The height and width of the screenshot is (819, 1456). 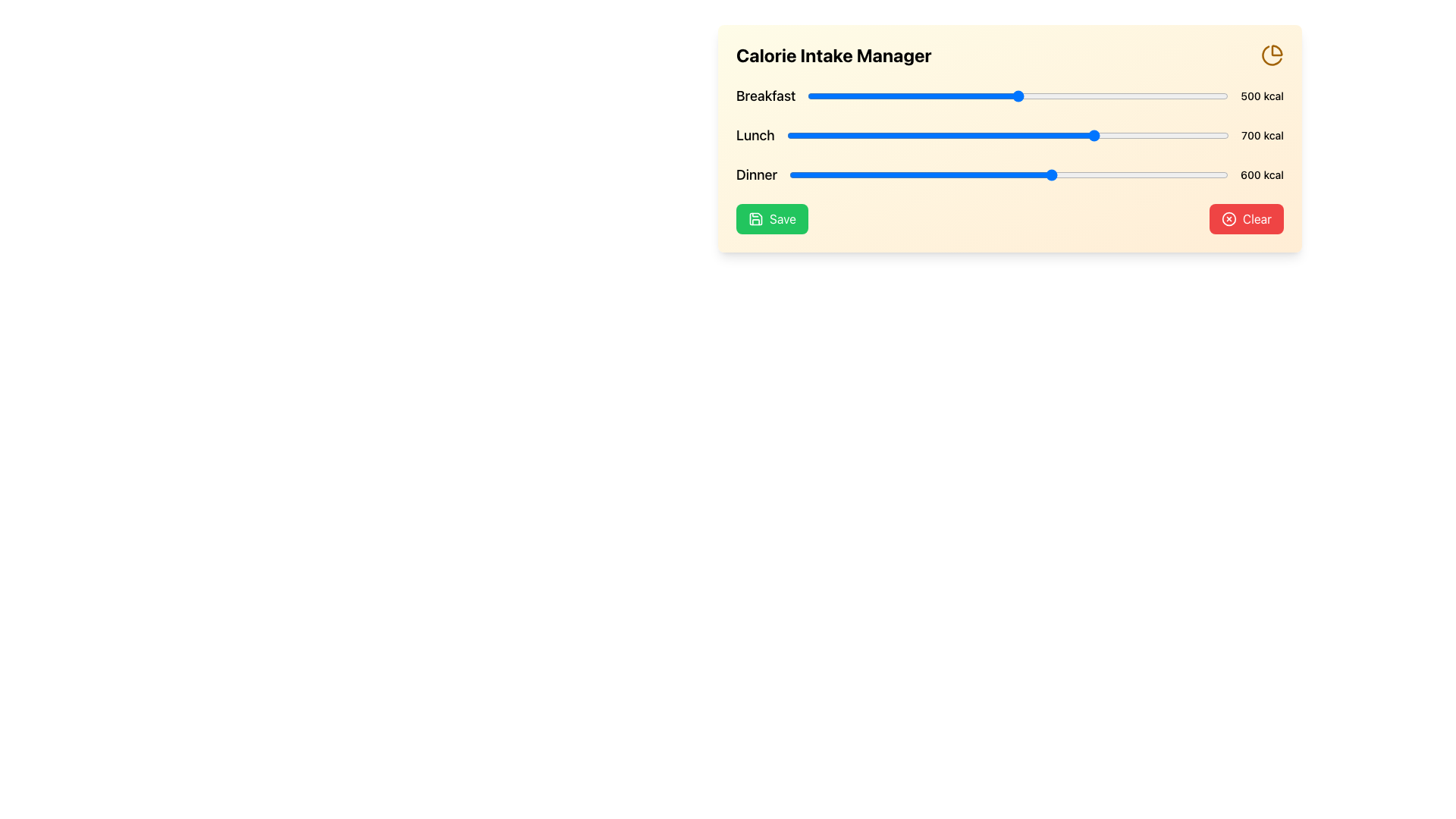 What do you see at coordinates (967, 96) in the screenshot?
I see `the breakfast calorie intake` at bounding box center [967, 96].